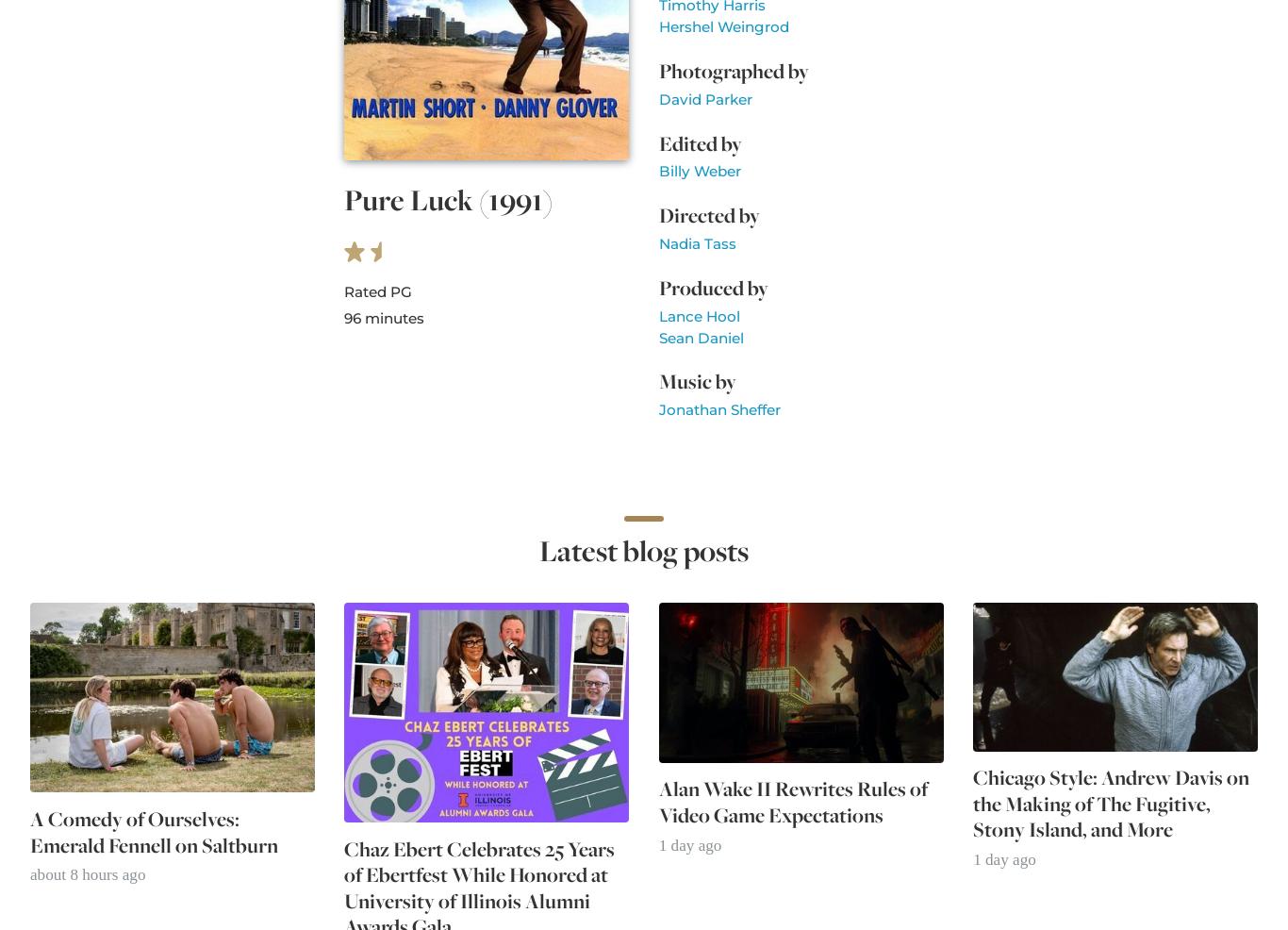  Describe the element at coordinates (700, 336) in the screenshot. I see `'Sean Daniel'` at that location.